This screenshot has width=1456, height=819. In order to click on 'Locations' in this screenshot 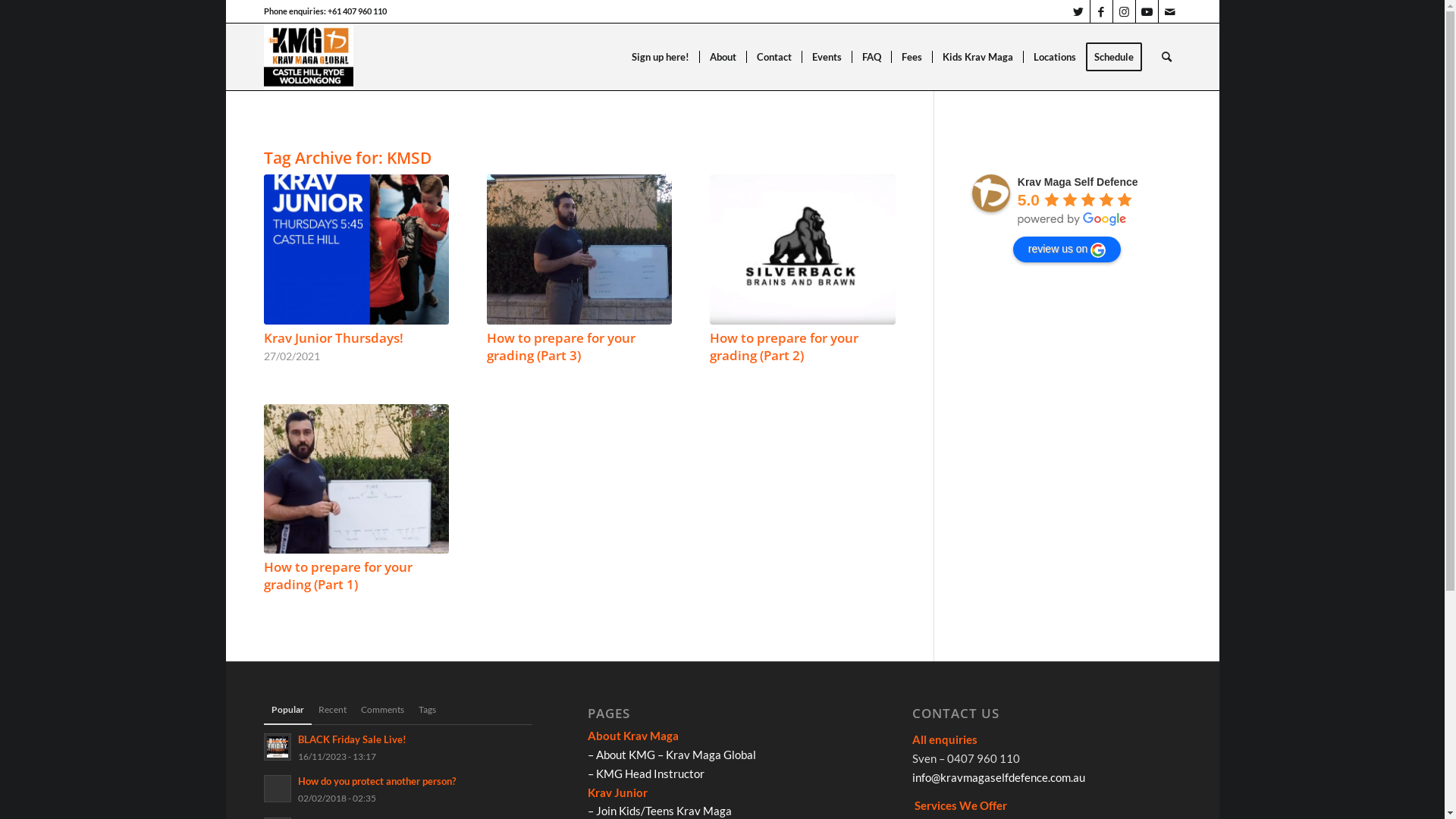, I will do `click(1022, 55)`.